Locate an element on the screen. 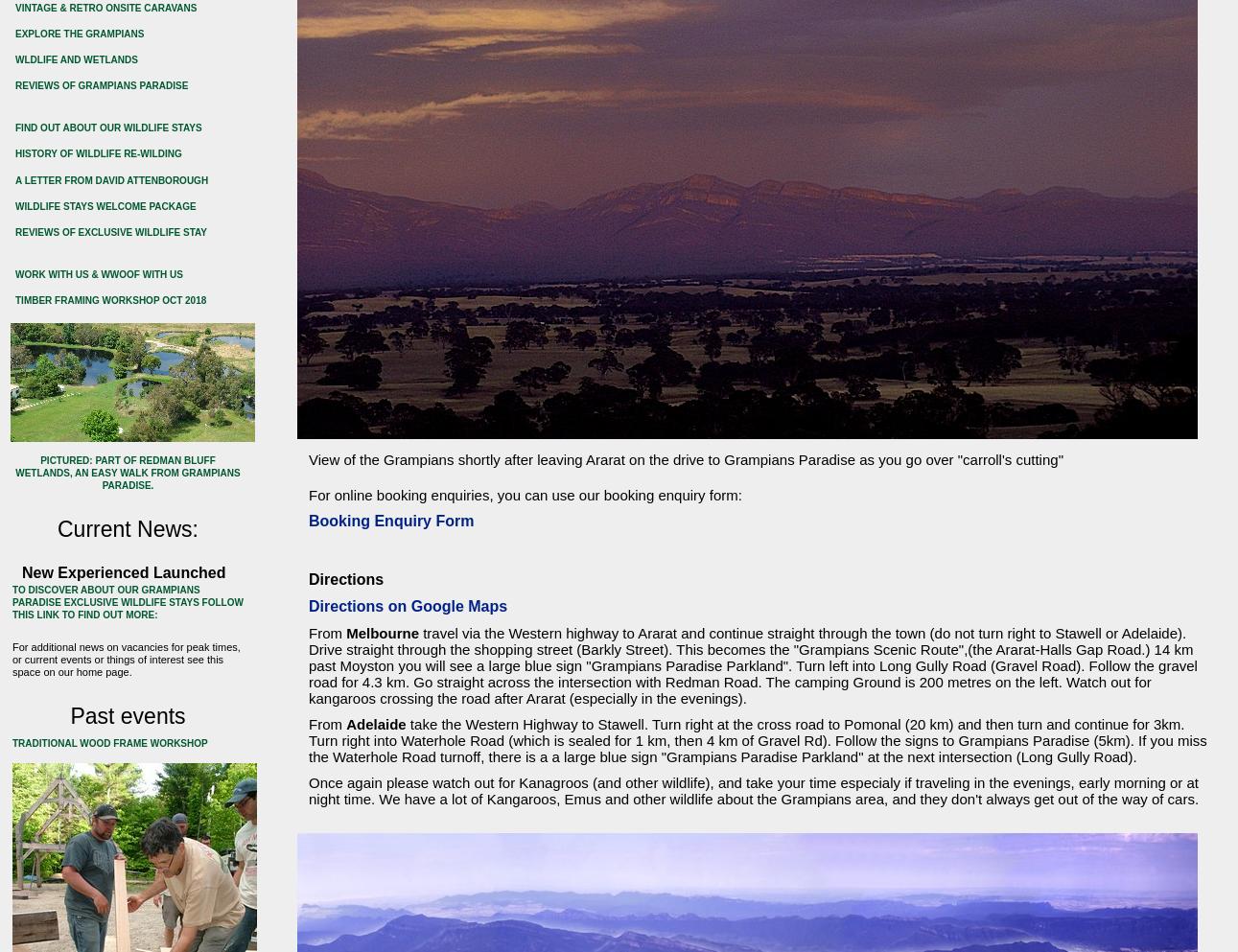 The width and height of the screenshot is (1238, 952). 'Wildlife Stays Welcome Package' is located at coordinates (104, 205).